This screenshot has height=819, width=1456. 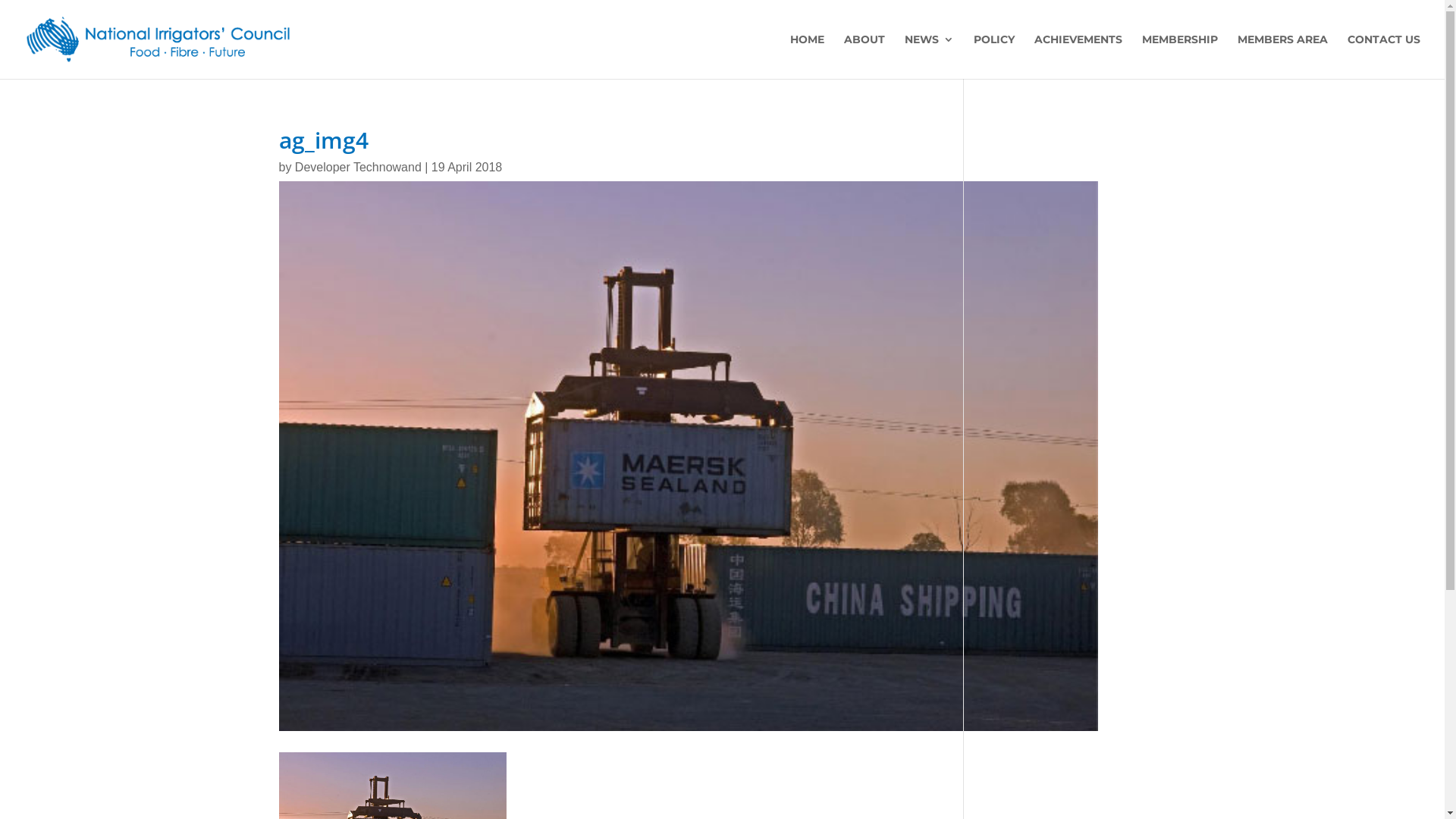 I want to click on 'ACHIEVEMENTS', so click(x=1077, y=55).